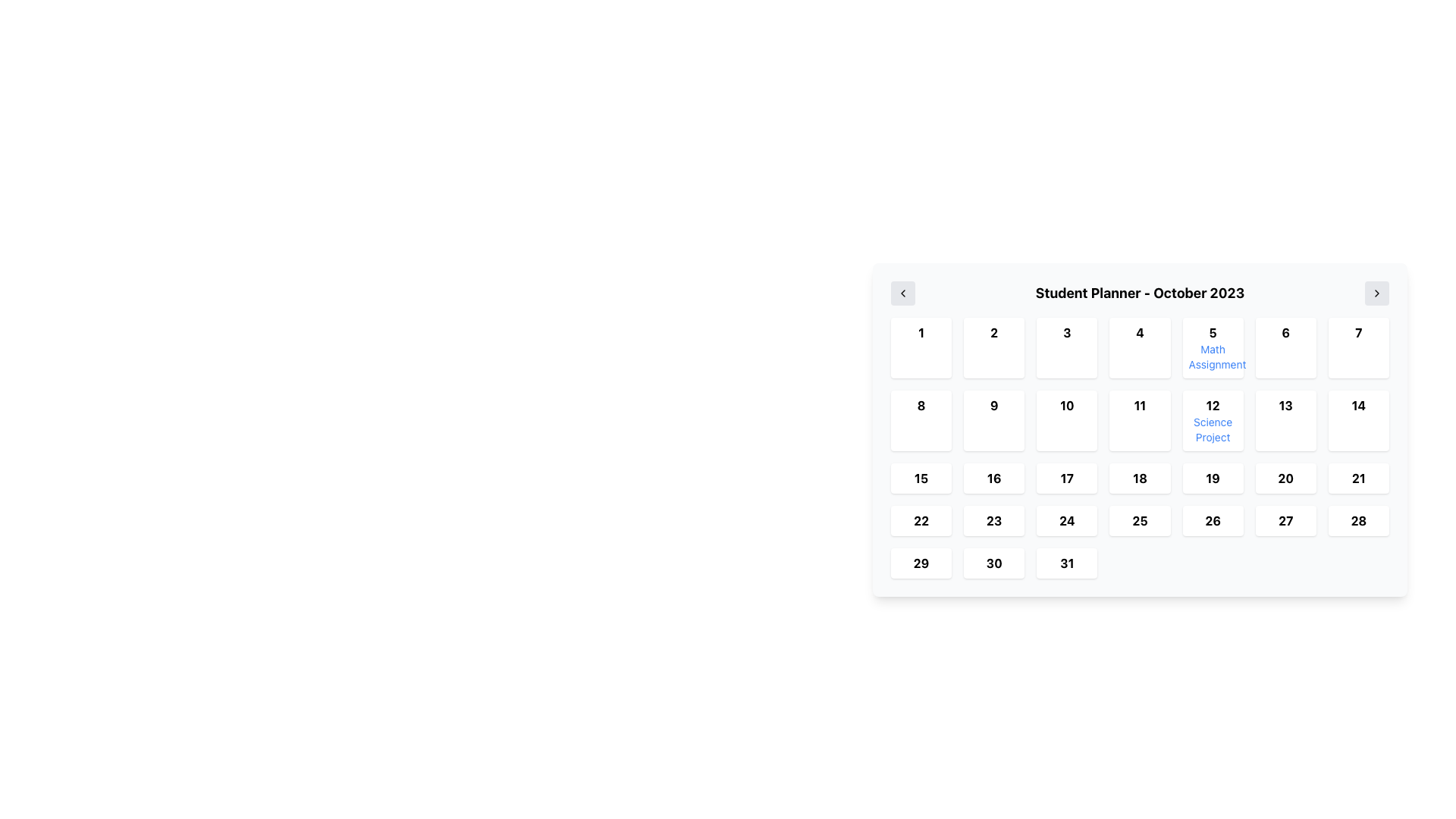 This screenshot has width=1456, height=819. Describe the element at coordinates (1066, 405) in the screenshot. I see `the label indicating the day number '10' in the calendar for October 2023, located in the third row and second column of the grid-like layout` at that location.